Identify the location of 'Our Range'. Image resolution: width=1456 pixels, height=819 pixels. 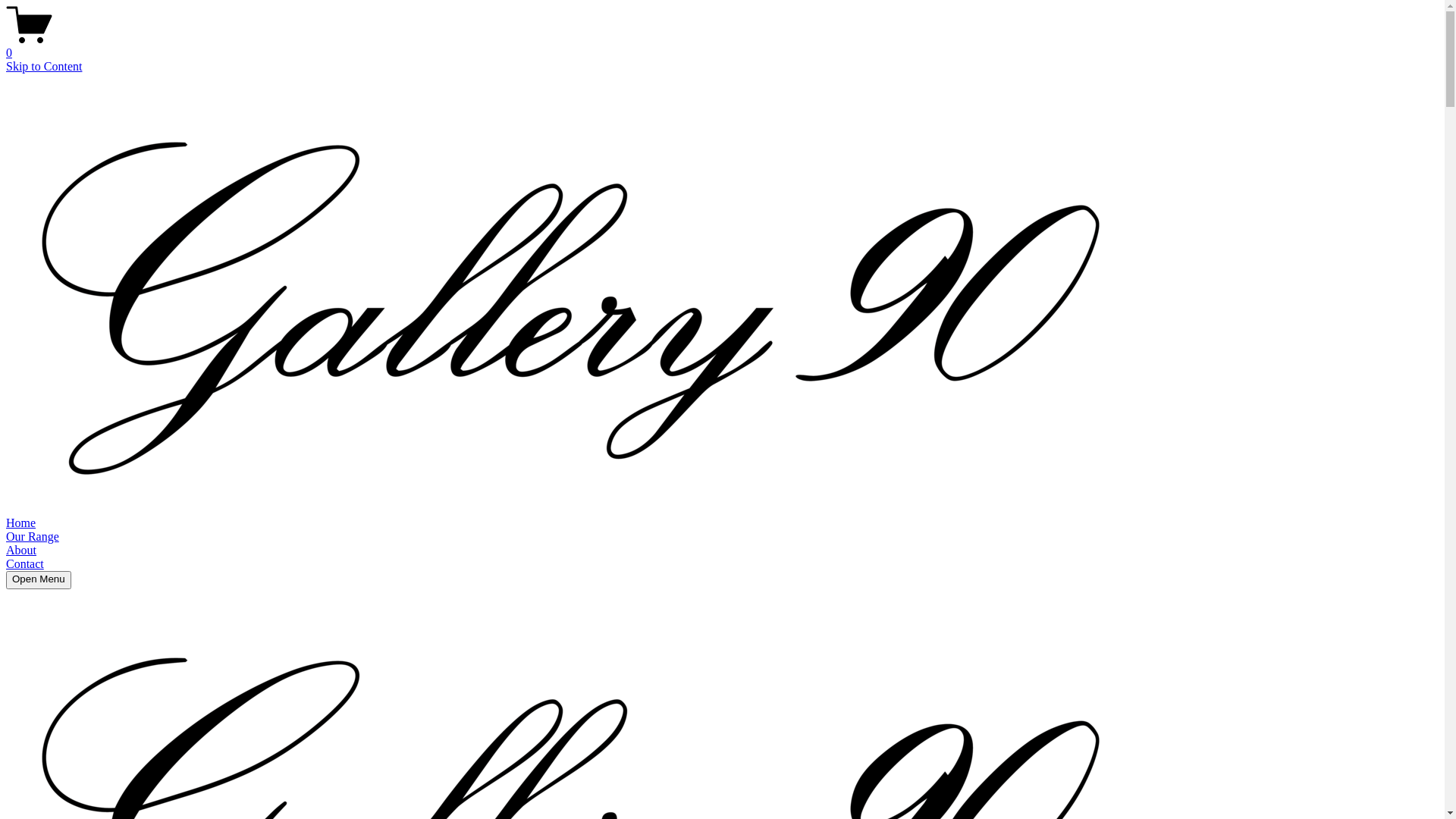
(33, 535).